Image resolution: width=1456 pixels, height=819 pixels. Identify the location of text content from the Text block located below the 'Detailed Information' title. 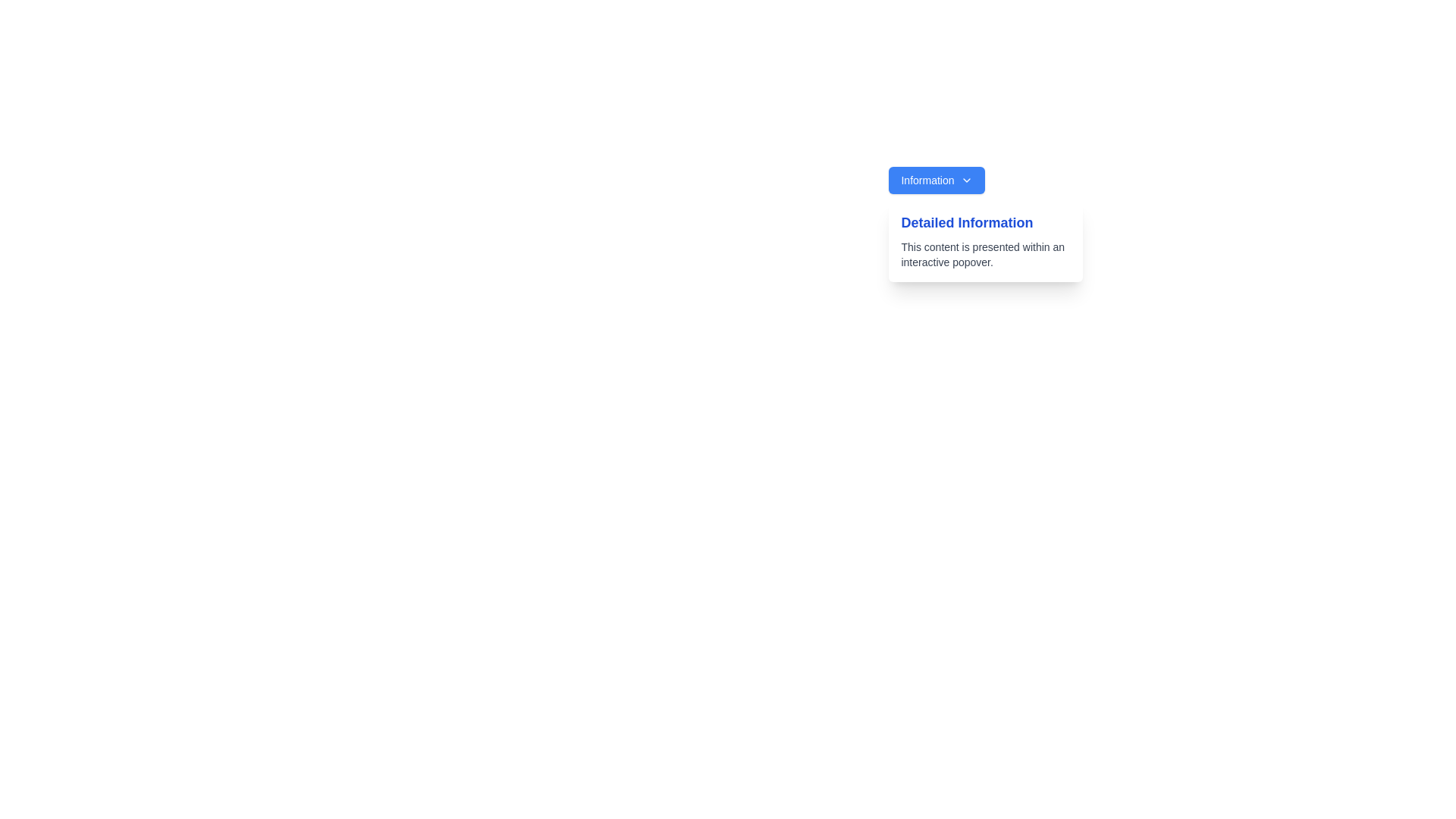
(986, 253).